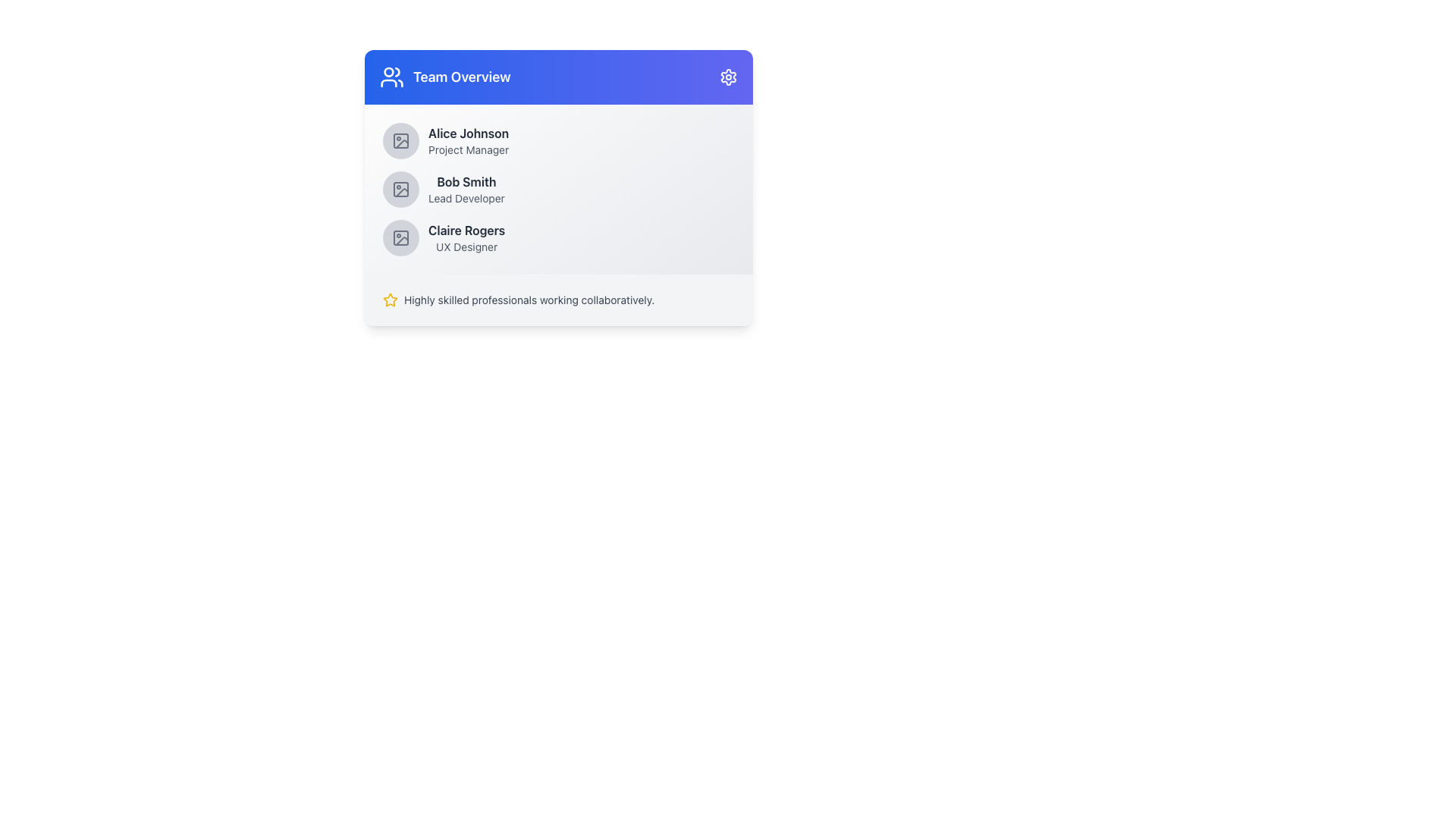  What do you see at coordinates (466, 198) in the screenshot?
I see `the text label that signifies the role or position associated with 'Bob Smith', located below the name in a three-item list` at bounding box center [466, 198].